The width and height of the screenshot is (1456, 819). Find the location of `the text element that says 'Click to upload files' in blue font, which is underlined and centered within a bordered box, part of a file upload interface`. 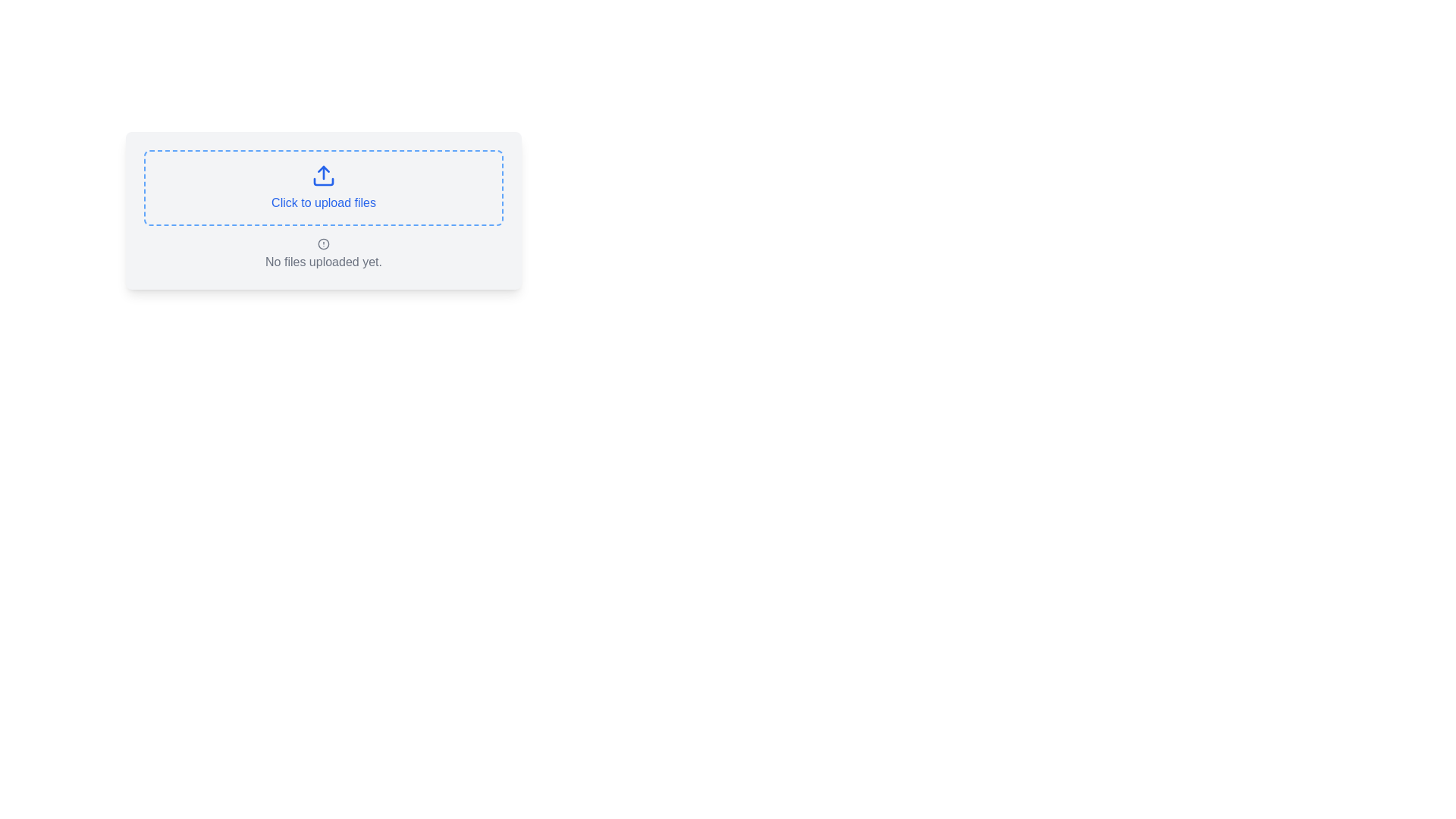

the text element that says 'Click to upload files' in blue font, which is underlined and centered within a bordered box, part of a file upload interface is located at coordinates (323, 202).